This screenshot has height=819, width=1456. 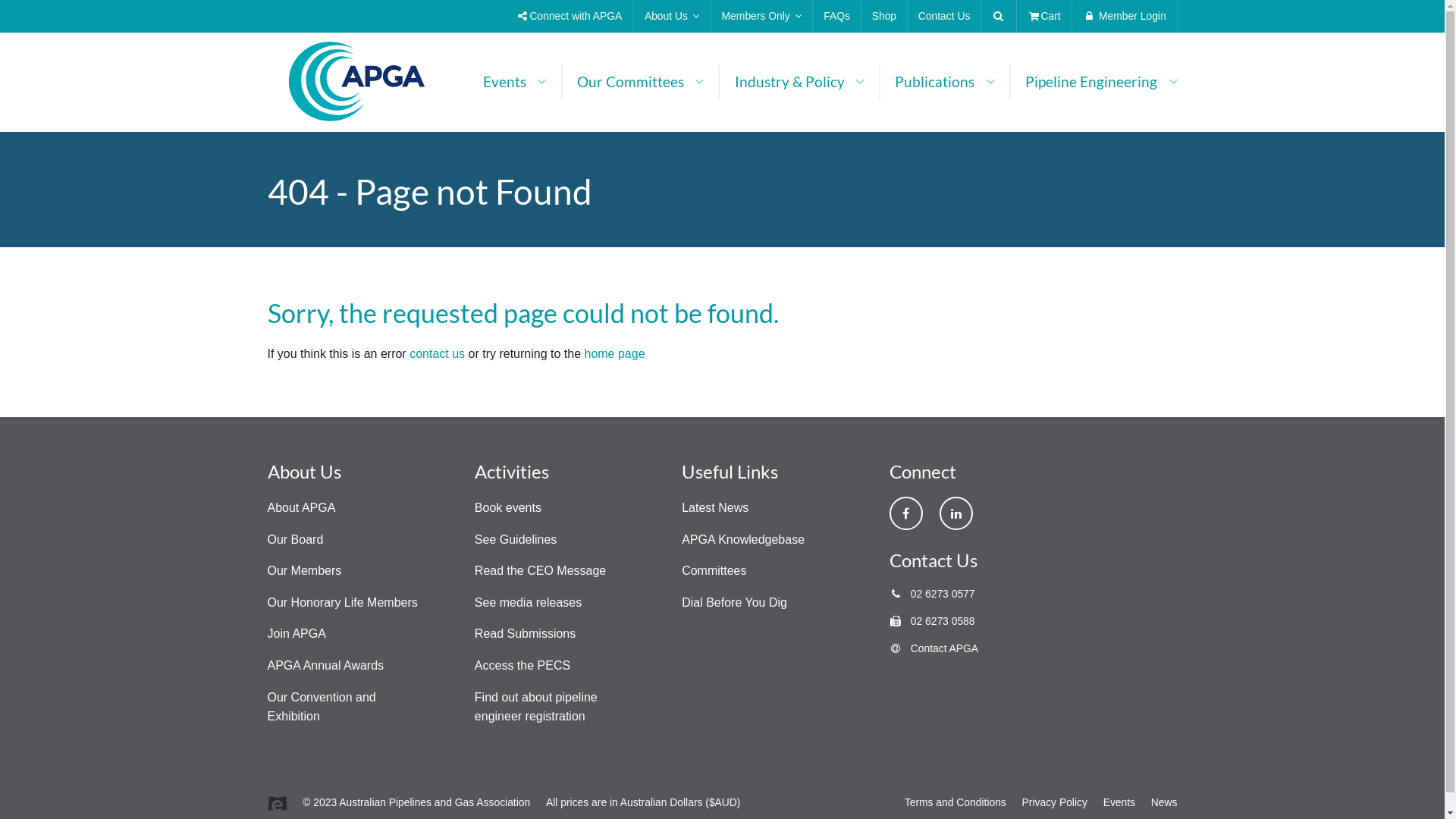 I want to click on 'Committees', so click(x=713, y=570).